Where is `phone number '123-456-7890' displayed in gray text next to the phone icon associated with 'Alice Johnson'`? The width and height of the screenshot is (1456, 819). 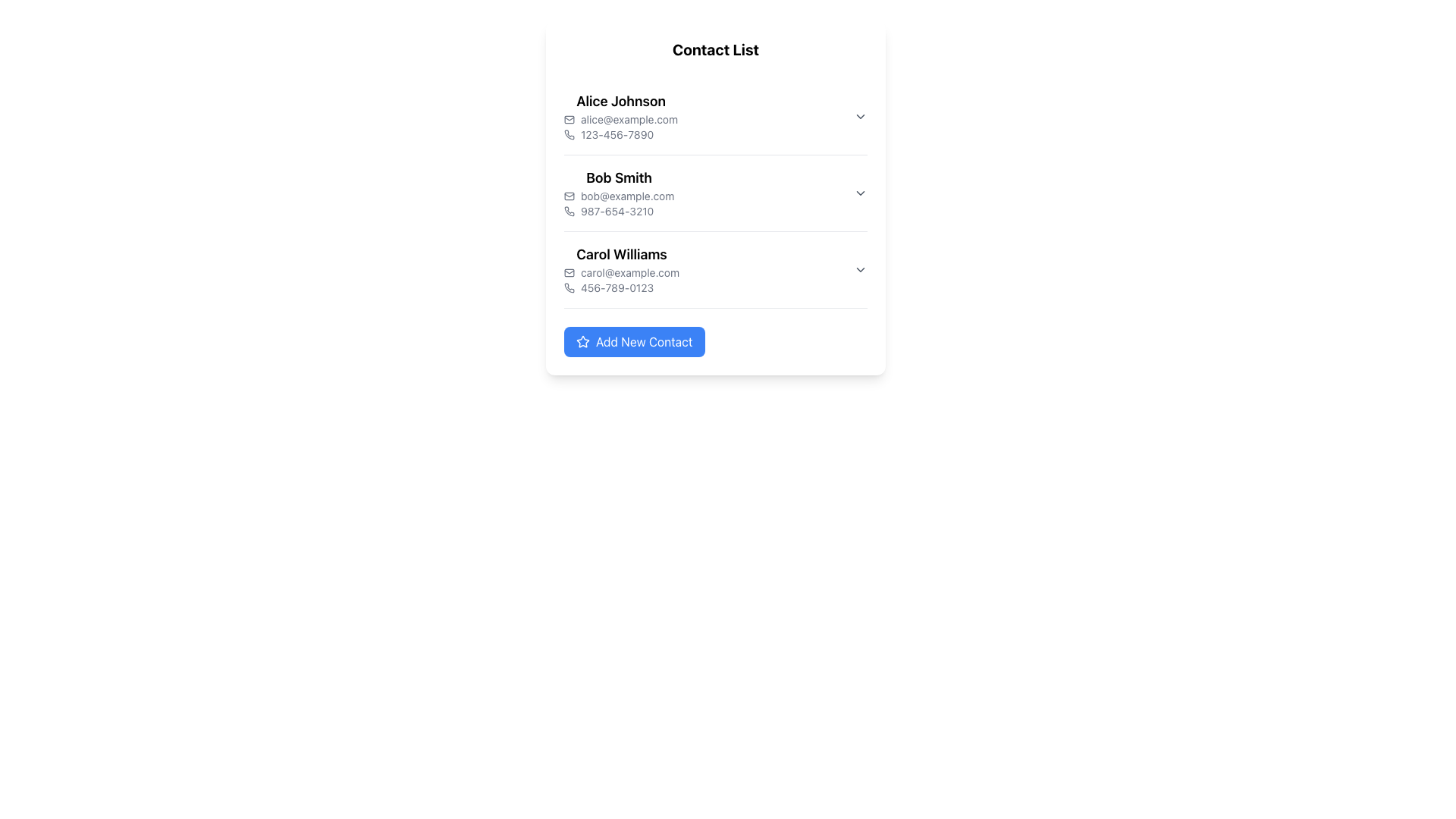
phone number '123-456-7890' displayed in gray text next to the phone icon associated with 'Alice Johnson' is located at coordinates (621, 133).